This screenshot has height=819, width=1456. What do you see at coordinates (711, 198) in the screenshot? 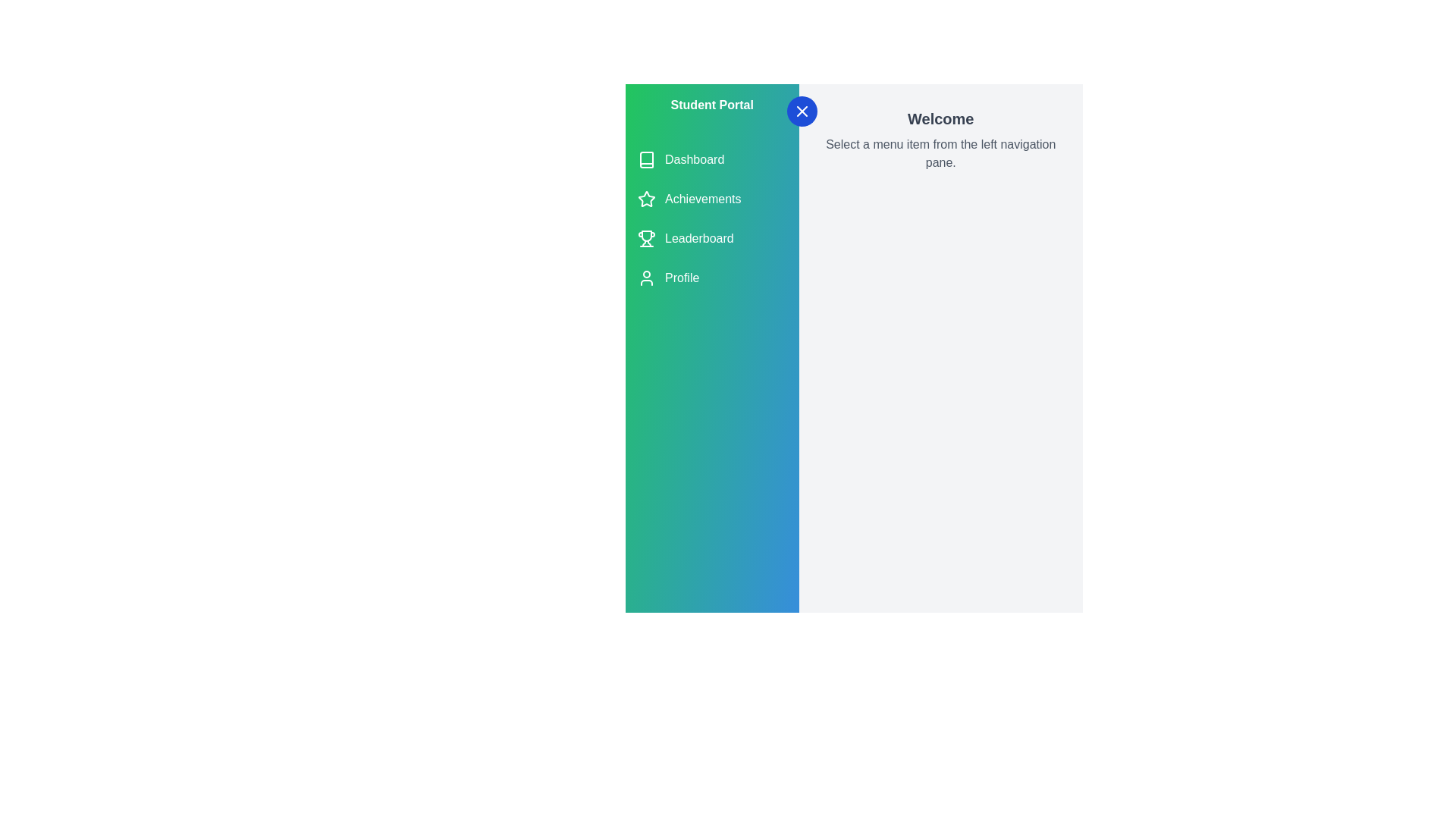
I see `the menu item Achievements to observe visual feedback` at bounding box center [711, 198].